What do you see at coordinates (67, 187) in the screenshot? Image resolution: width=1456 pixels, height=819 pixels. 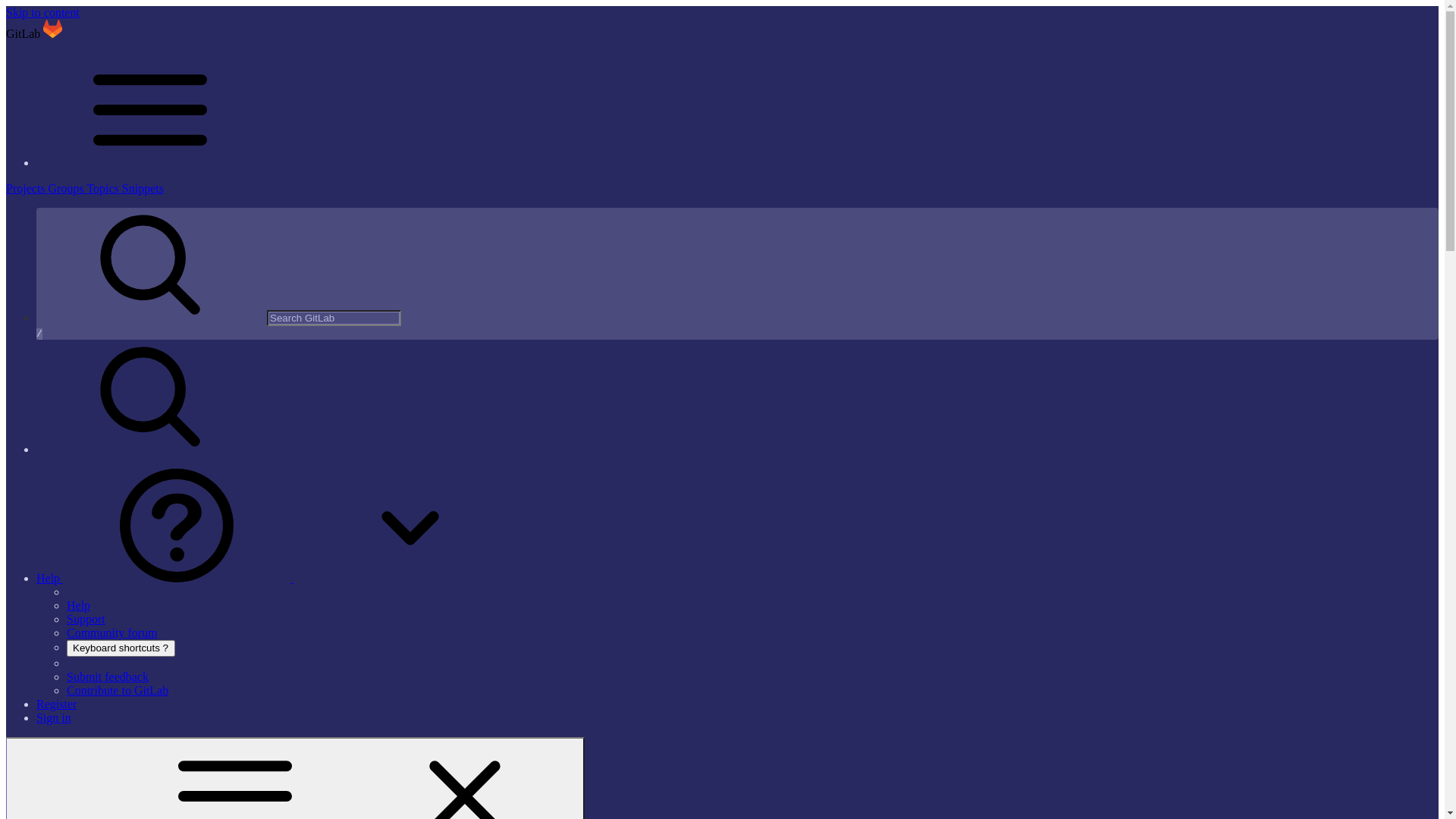 I see `'Groups'` at bounding box center [67, 187].